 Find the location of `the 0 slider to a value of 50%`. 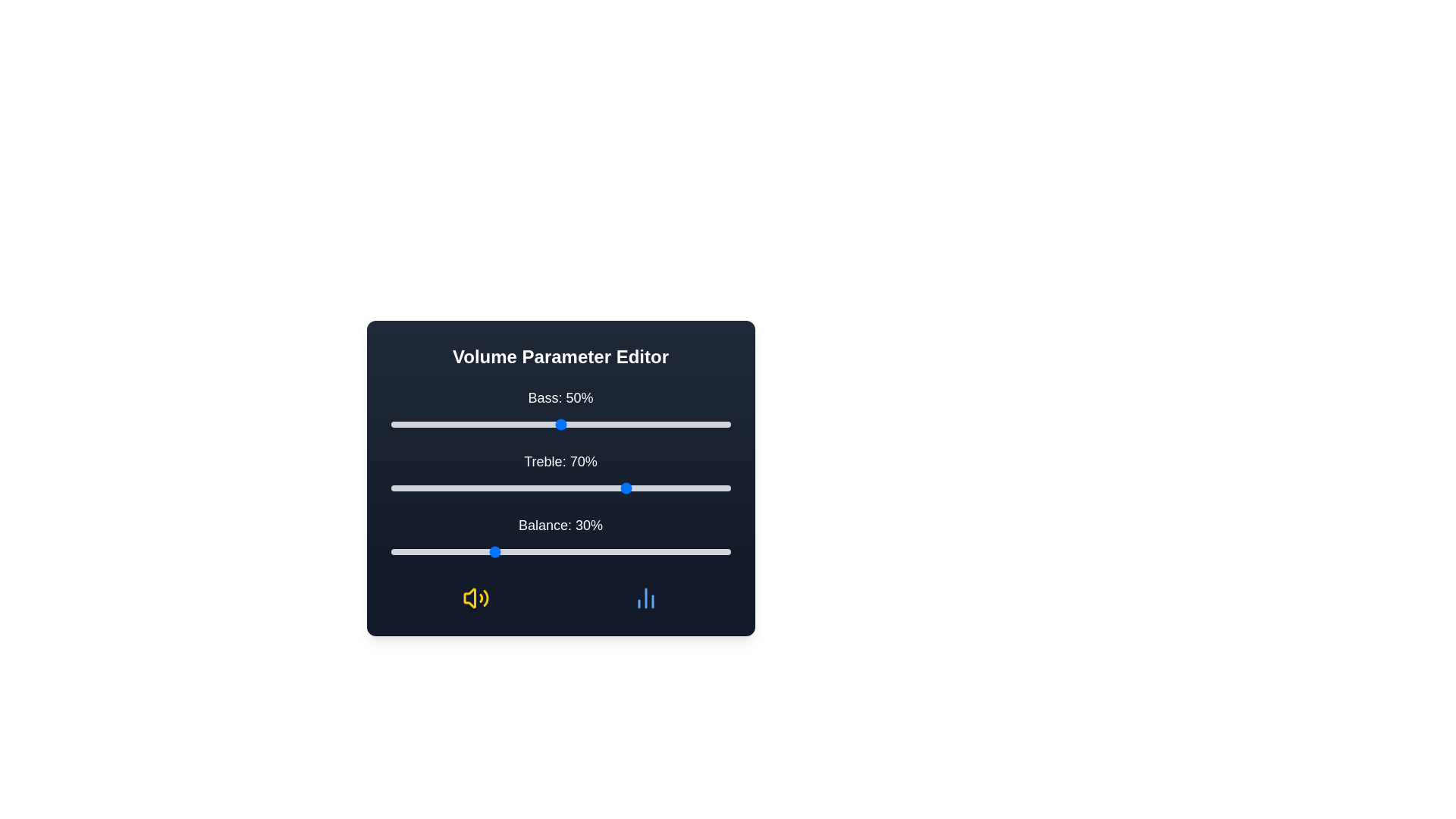

the 0 slider to a value of 50% is located at coordinates (560, 424).